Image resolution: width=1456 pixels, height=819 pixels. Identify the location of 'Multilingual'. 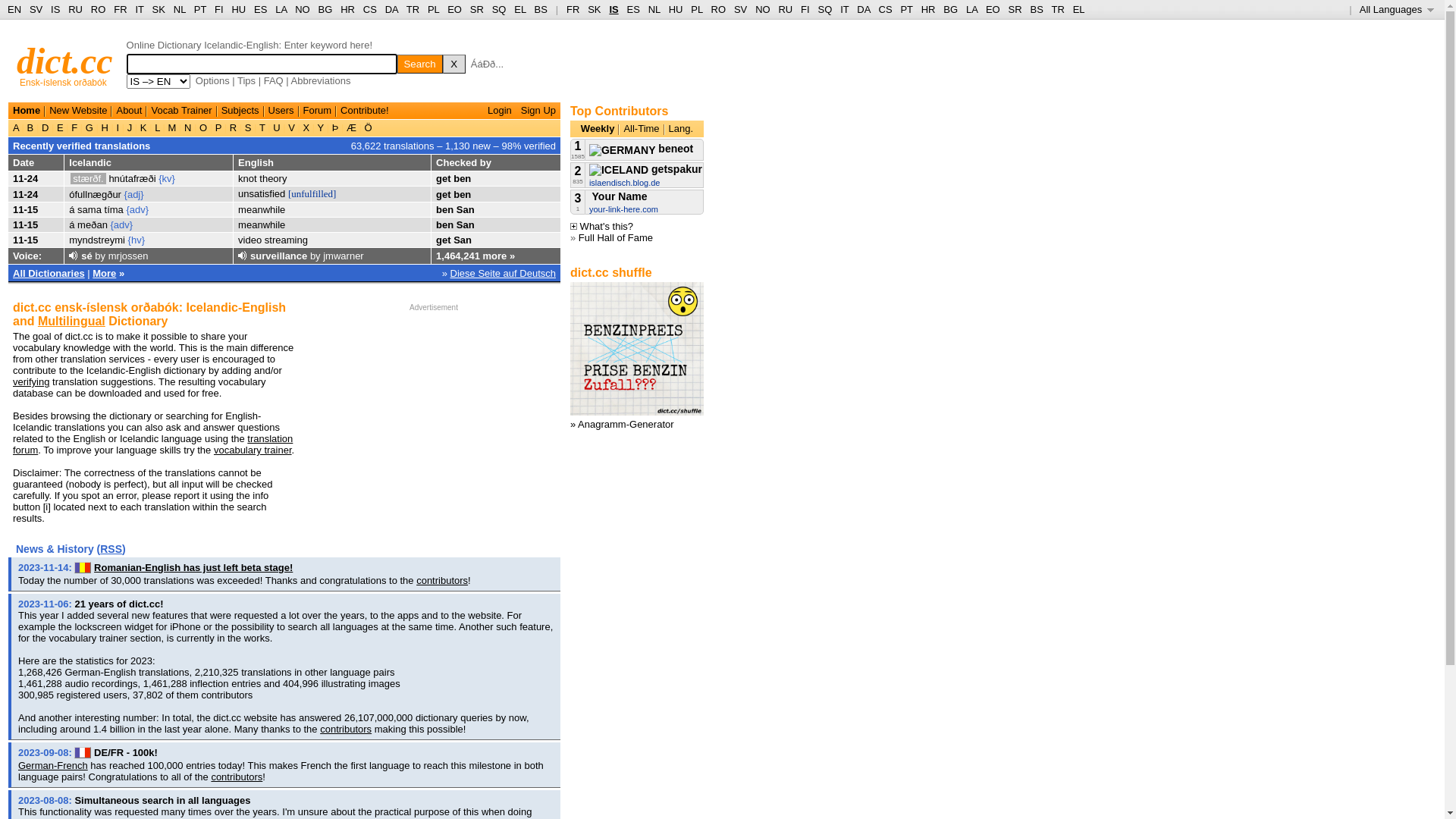
(37, 320).